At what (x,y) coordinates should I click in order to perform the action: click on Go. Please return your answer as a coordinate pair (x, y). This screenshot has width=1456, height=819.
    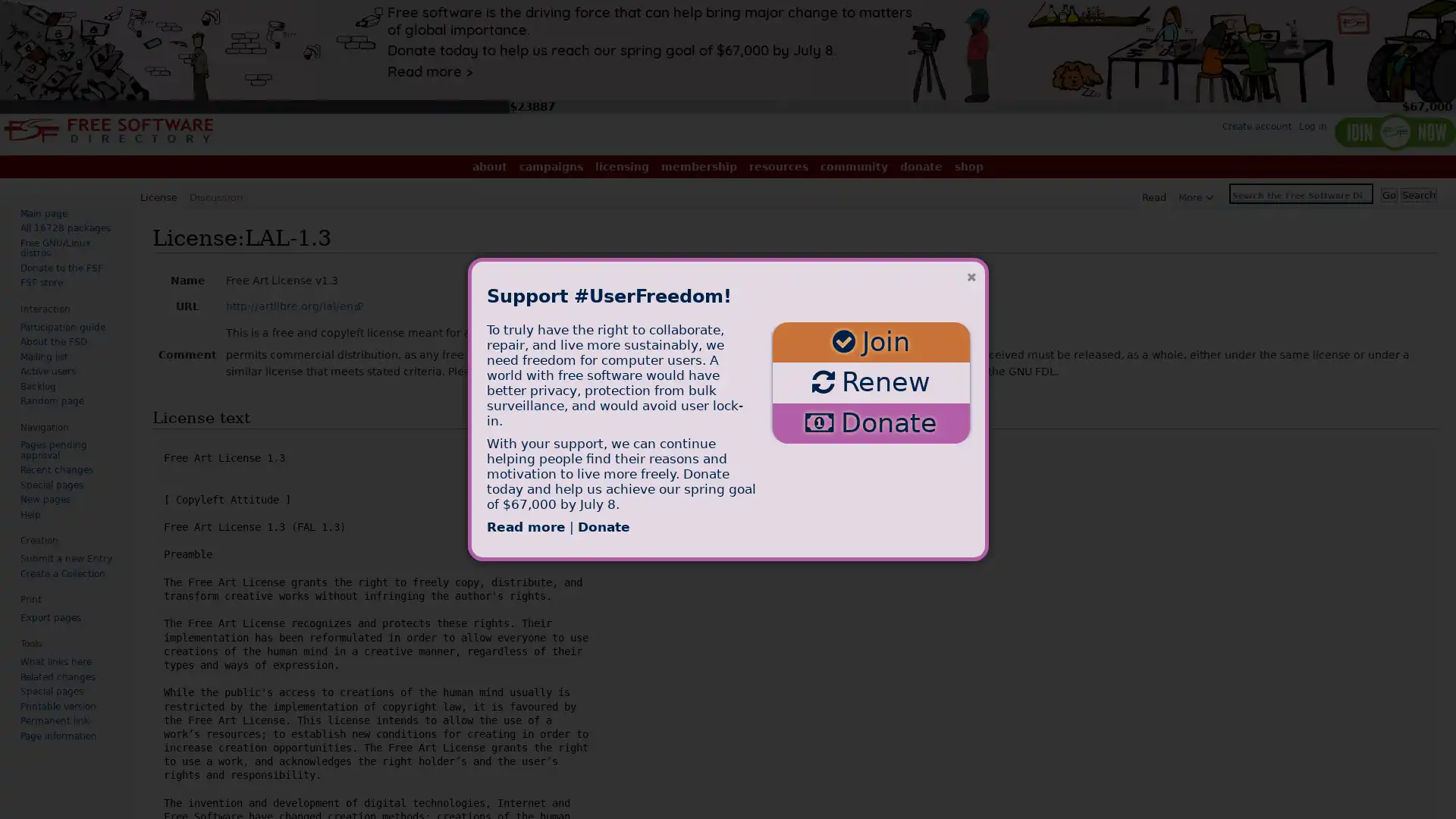
    Looking at the image, I should click on (1389, 194).